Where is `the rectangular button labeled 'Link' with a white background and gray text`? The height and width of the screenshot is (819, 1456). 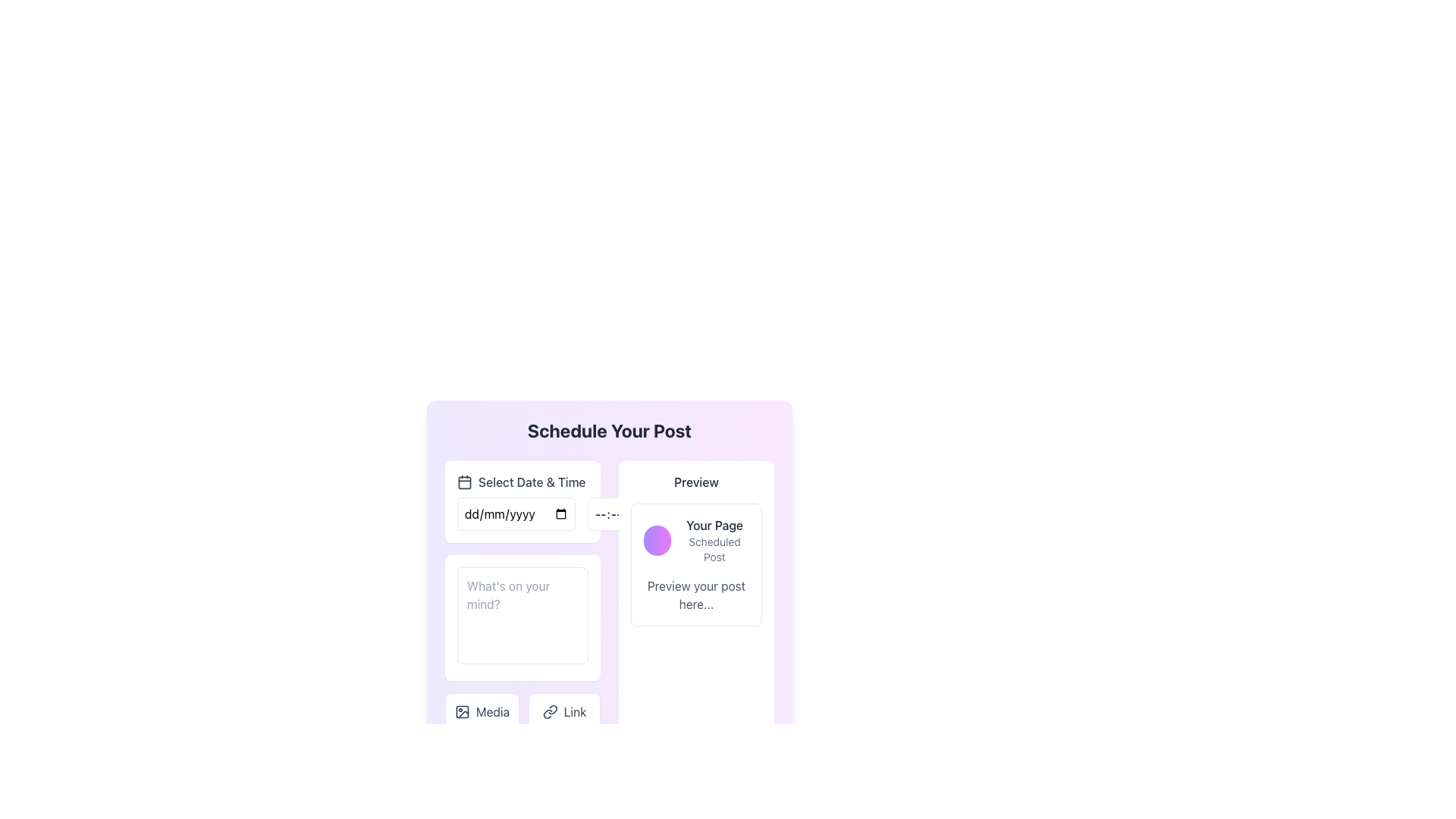
the rectangular button labeled 'Link' with a white background and gray text is located at coordinates (563, 711).